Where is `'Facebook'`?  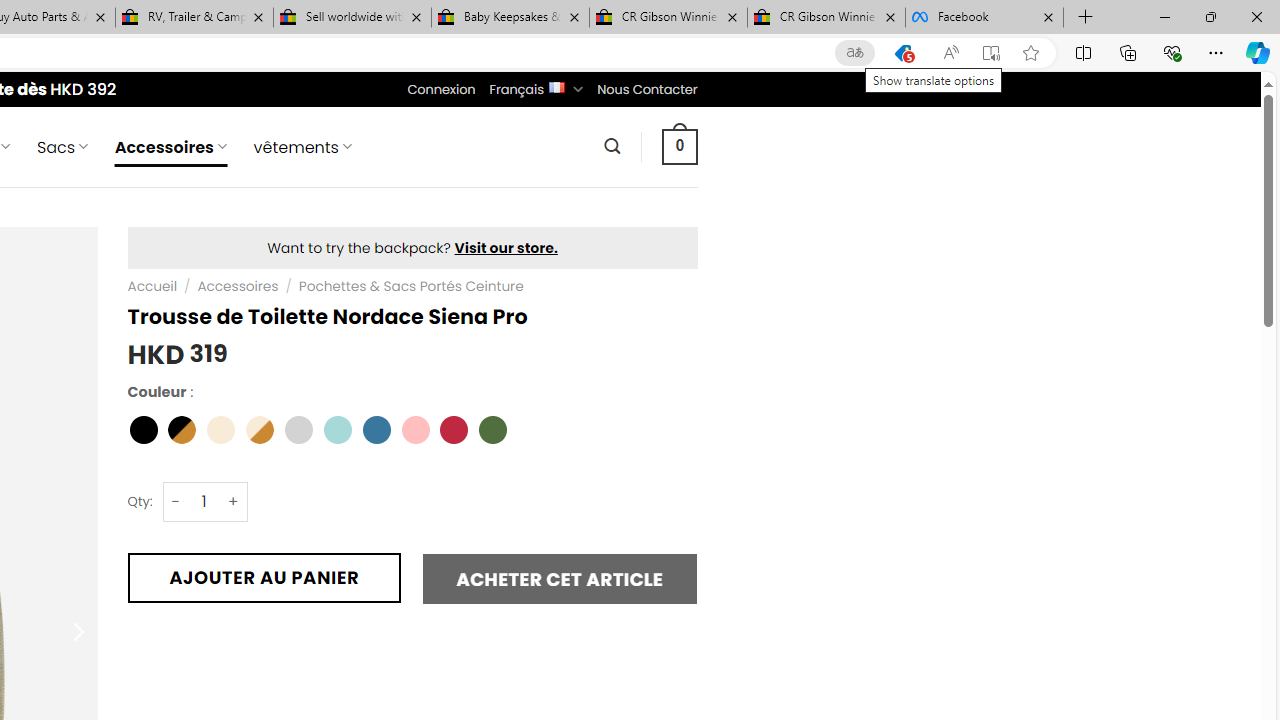 'Facebook' is located at coordinates (984, 17).